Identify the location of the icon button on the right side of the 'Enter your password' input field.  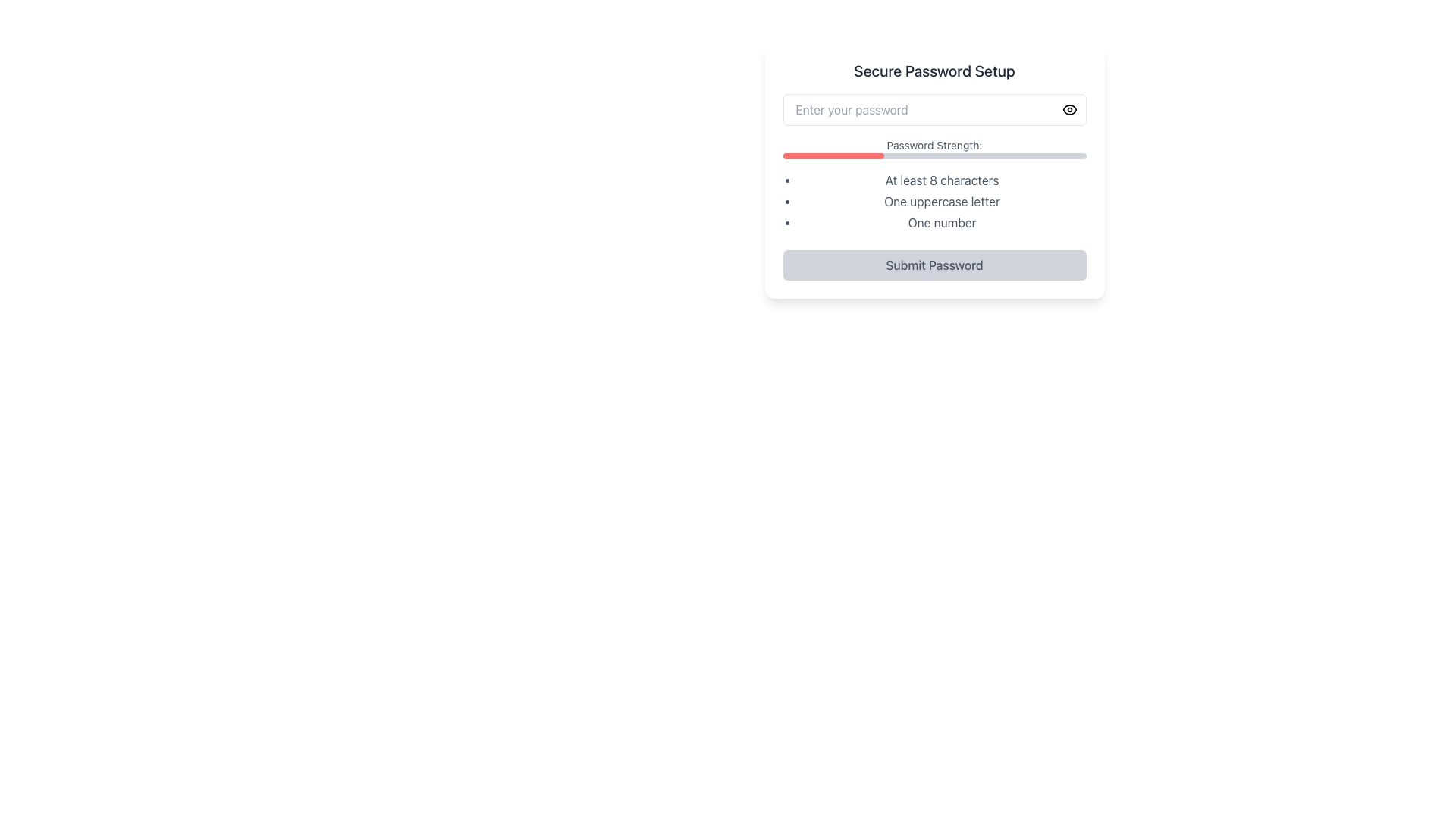
(1068, 109).